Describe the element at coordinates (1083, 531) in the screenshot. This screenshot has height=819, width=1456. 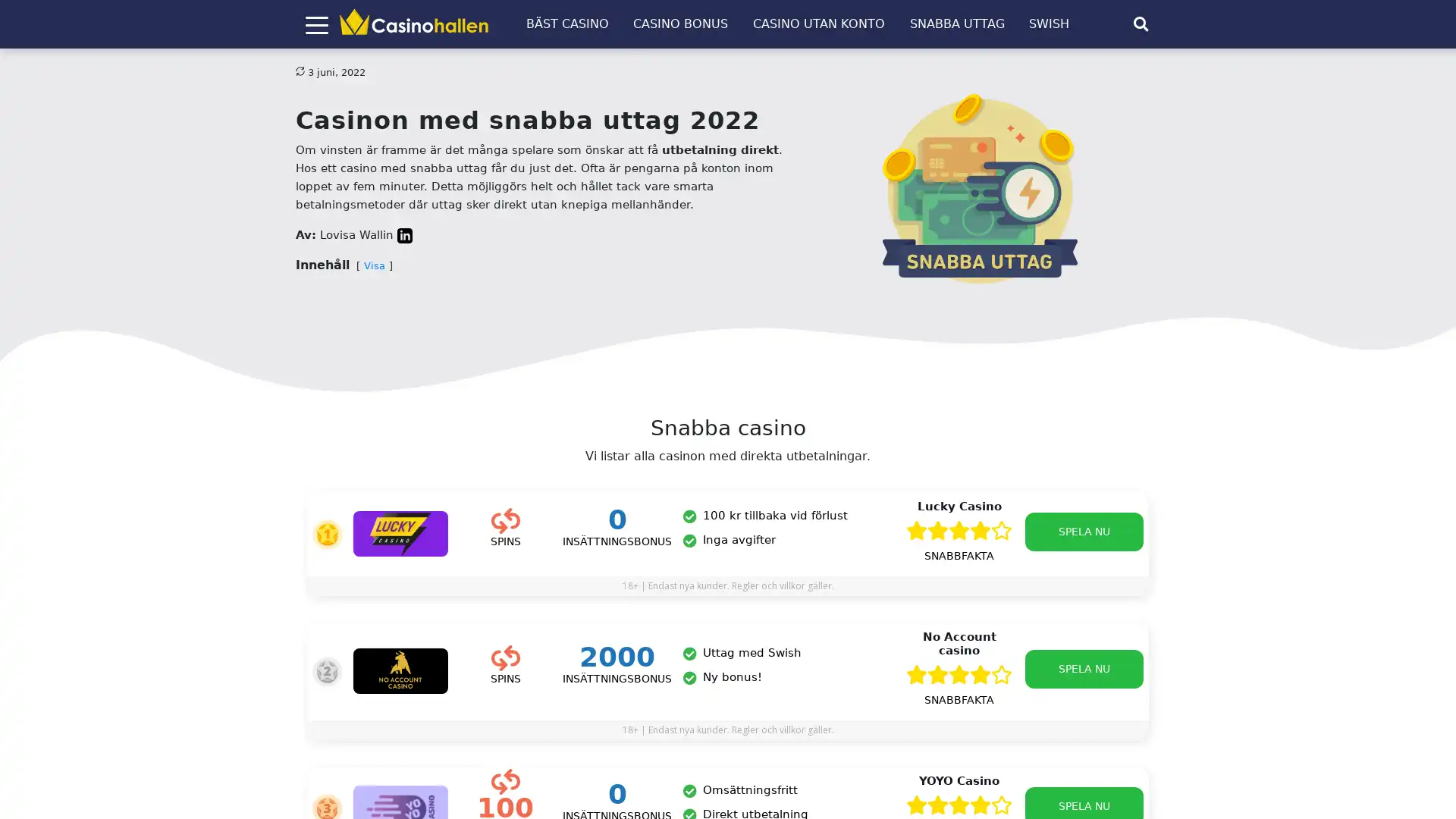
I see `SPELA NU` at that location.